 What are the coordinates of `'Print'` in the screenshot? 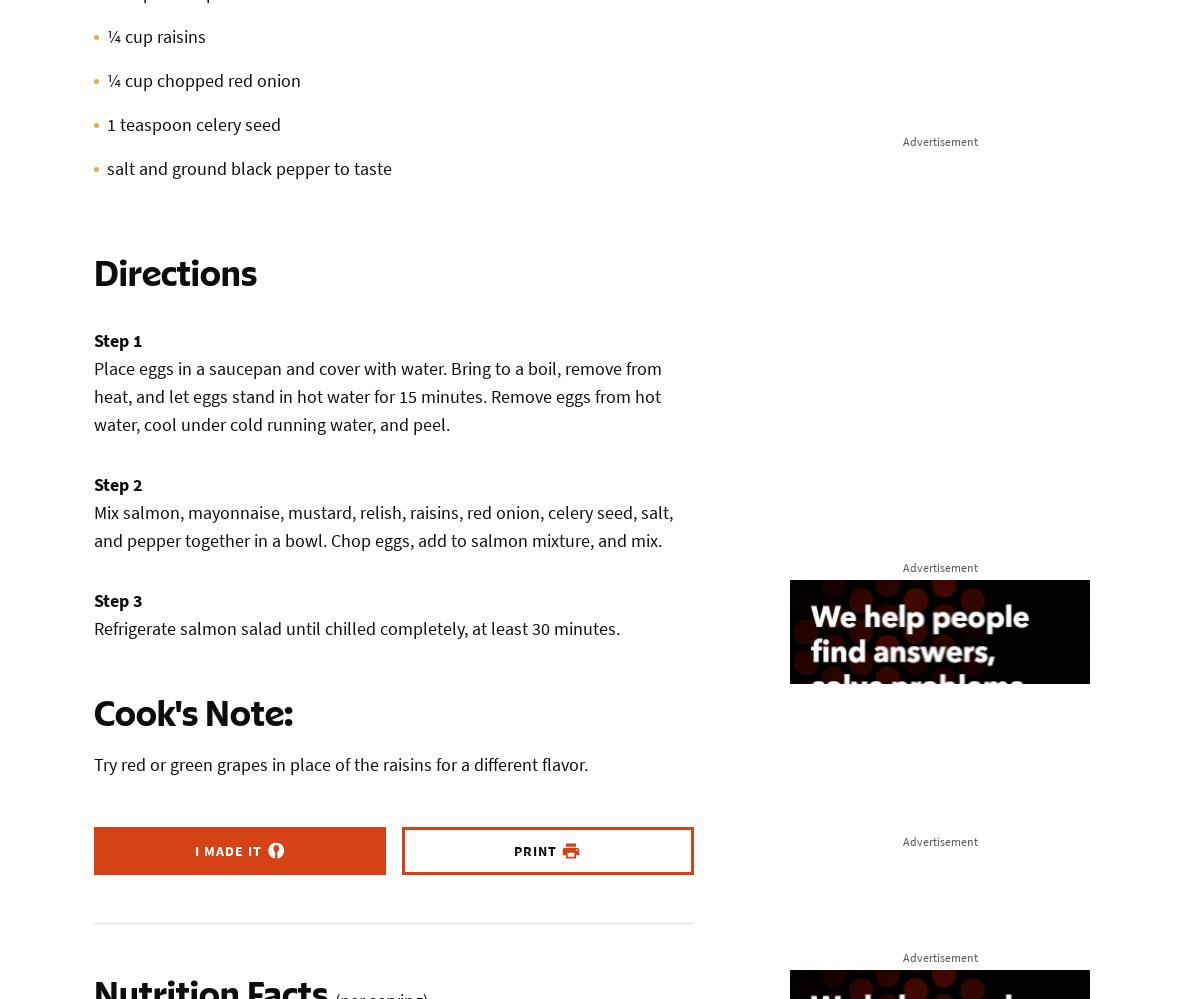 It's located at (512, 850).